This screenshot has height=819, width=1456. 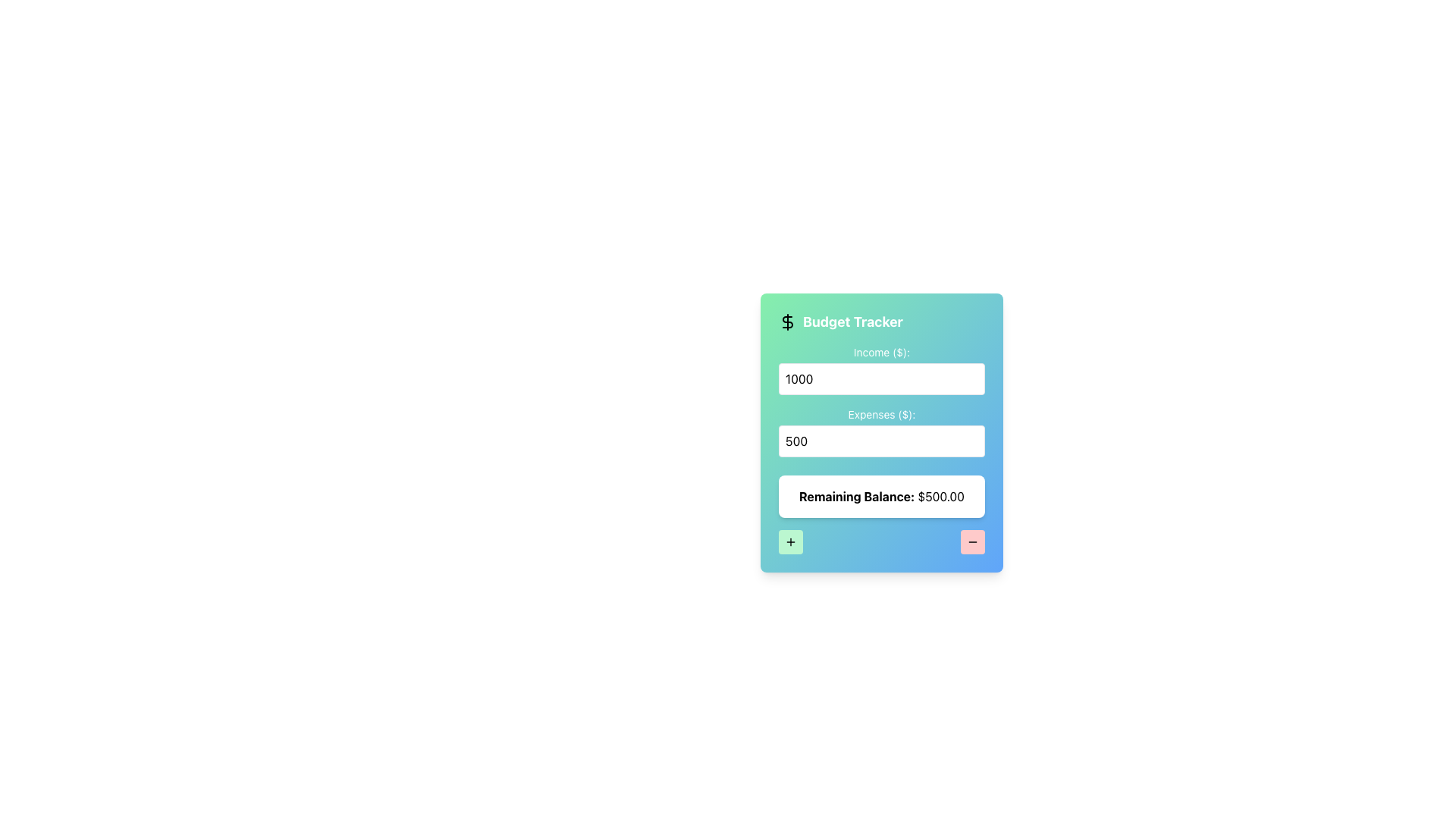 I want to click on the static informational text box displaying 'Remaining Balance: $500.00', so click(x=881, y=497).